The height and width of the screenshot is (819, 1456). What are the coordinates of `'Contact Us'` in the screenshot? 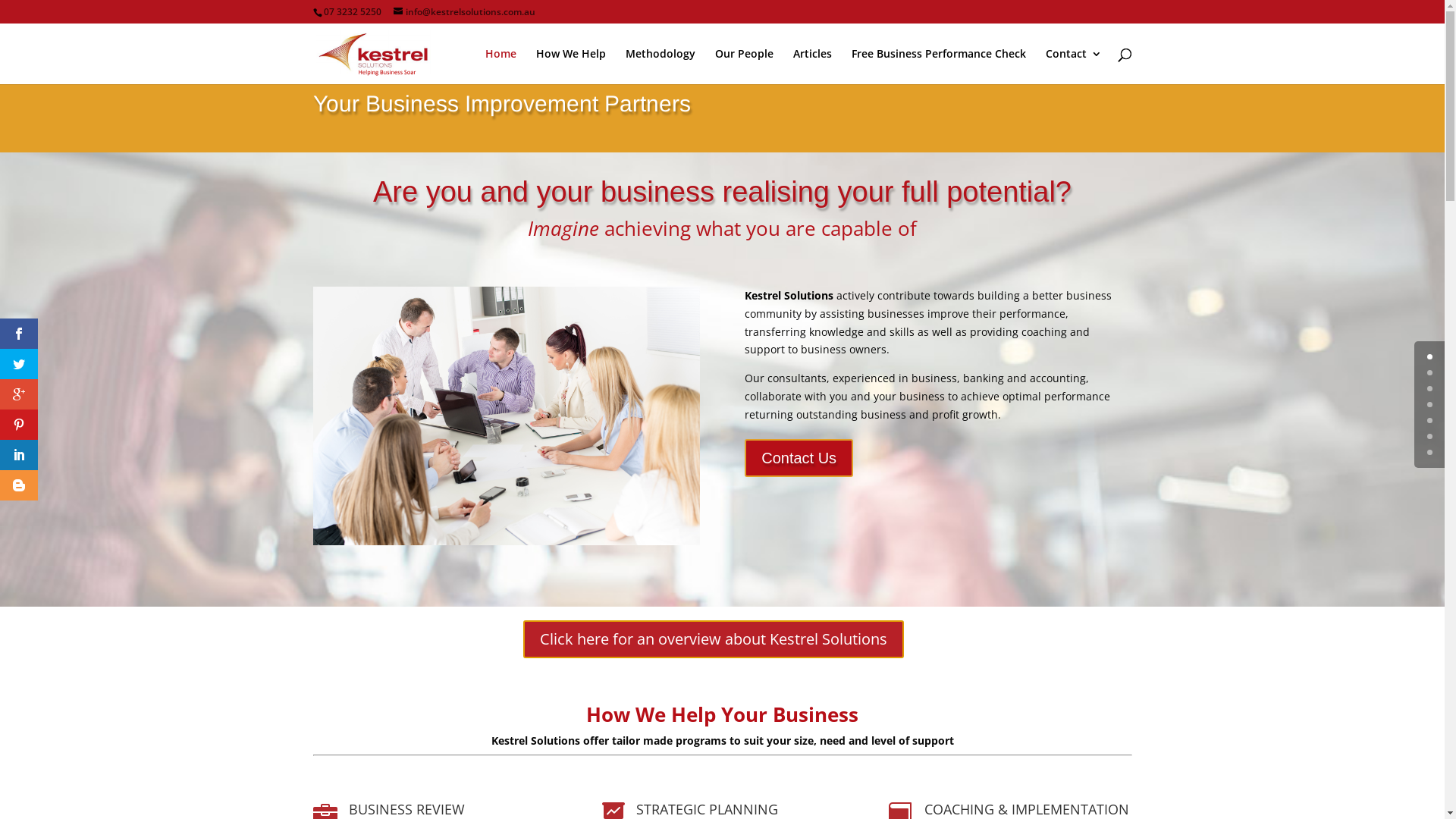 It's located at (798, 457).